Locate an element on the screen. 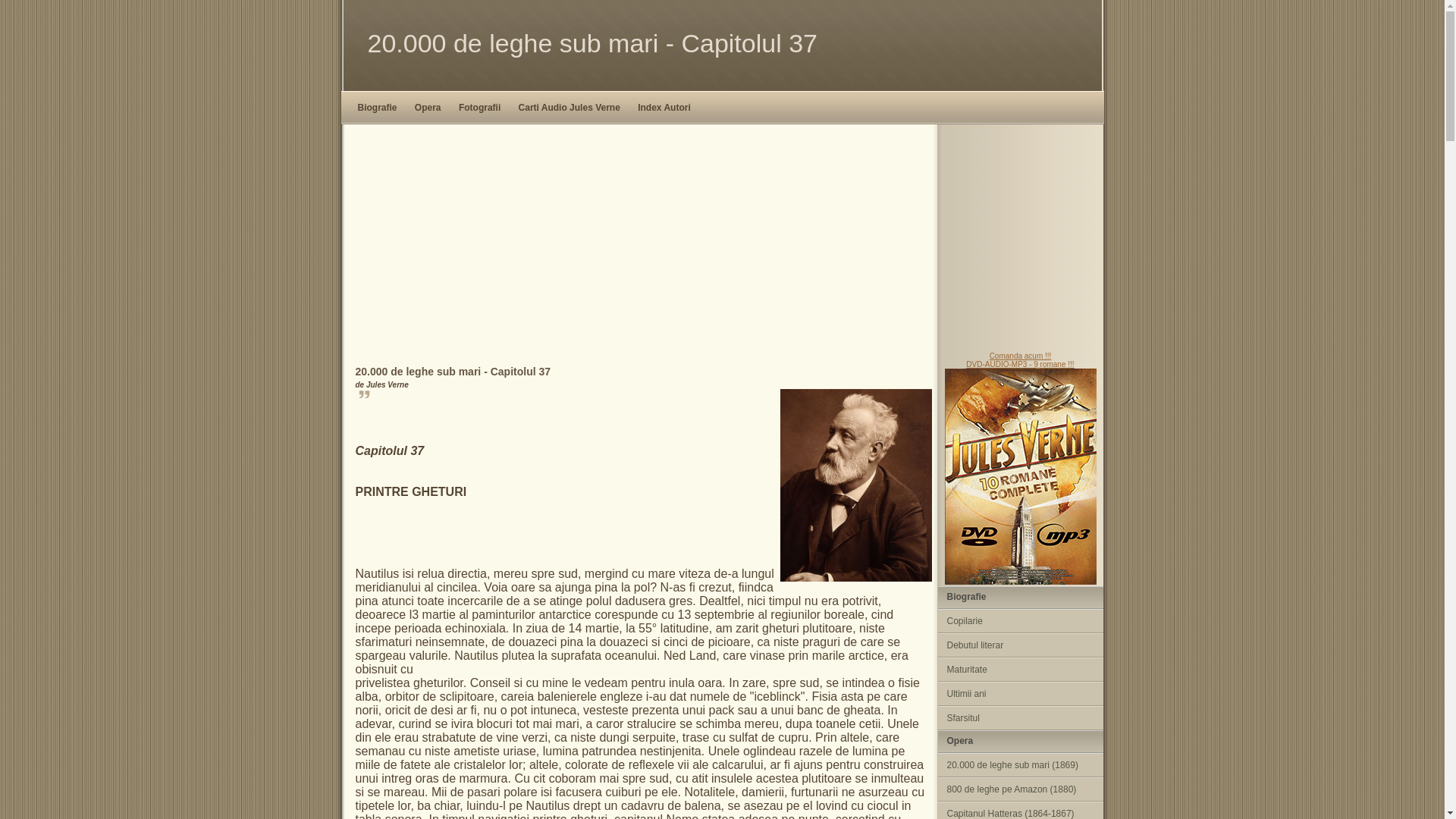 The height and width of the screenshot is (819, 1456). 'Sfarsitul' is located at coordinates (937, 717).